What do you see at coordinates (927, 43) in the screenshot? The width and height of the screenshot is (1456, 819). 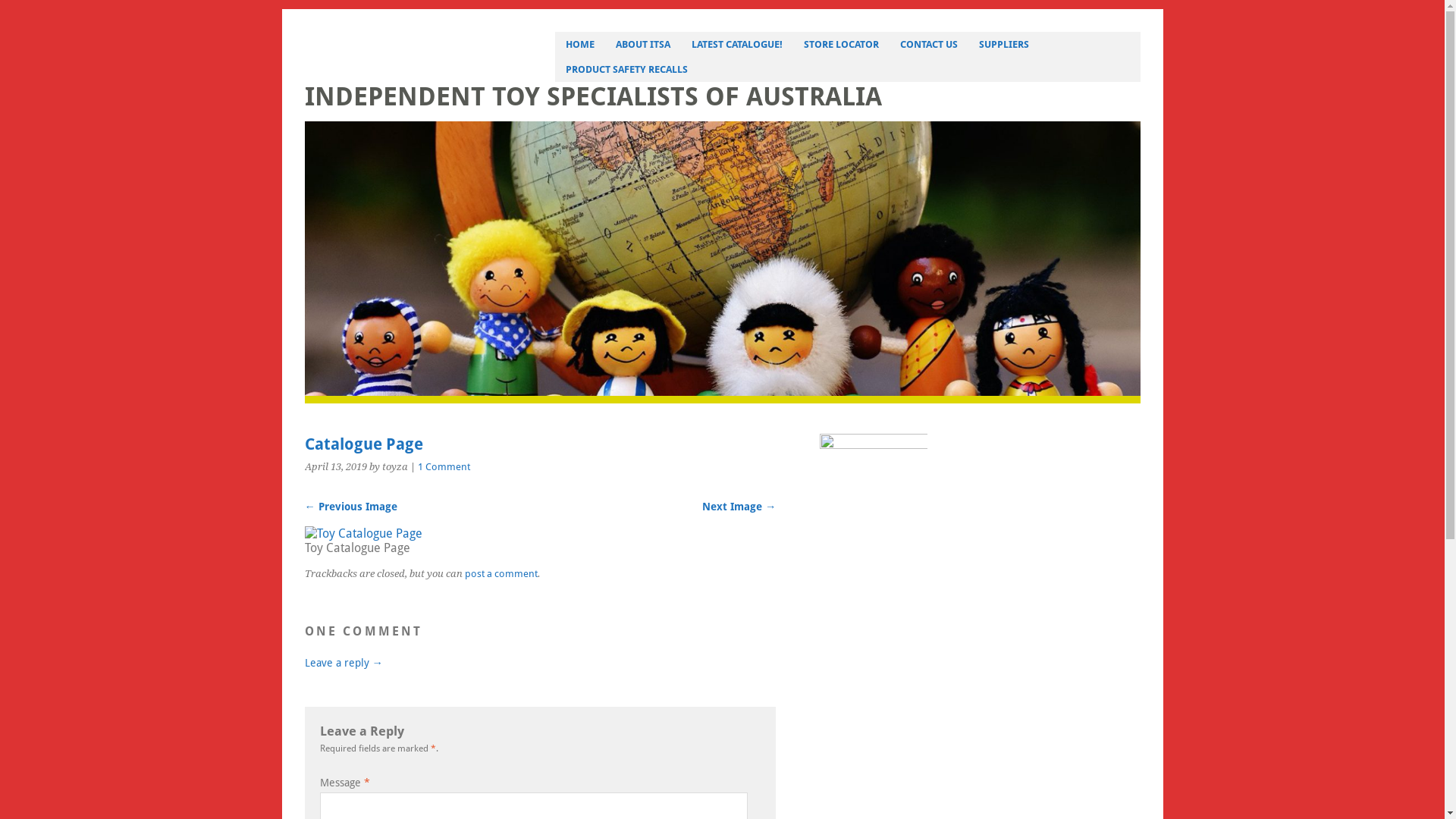 I see `'CONTACT US'` at bounding box center [927, 43].